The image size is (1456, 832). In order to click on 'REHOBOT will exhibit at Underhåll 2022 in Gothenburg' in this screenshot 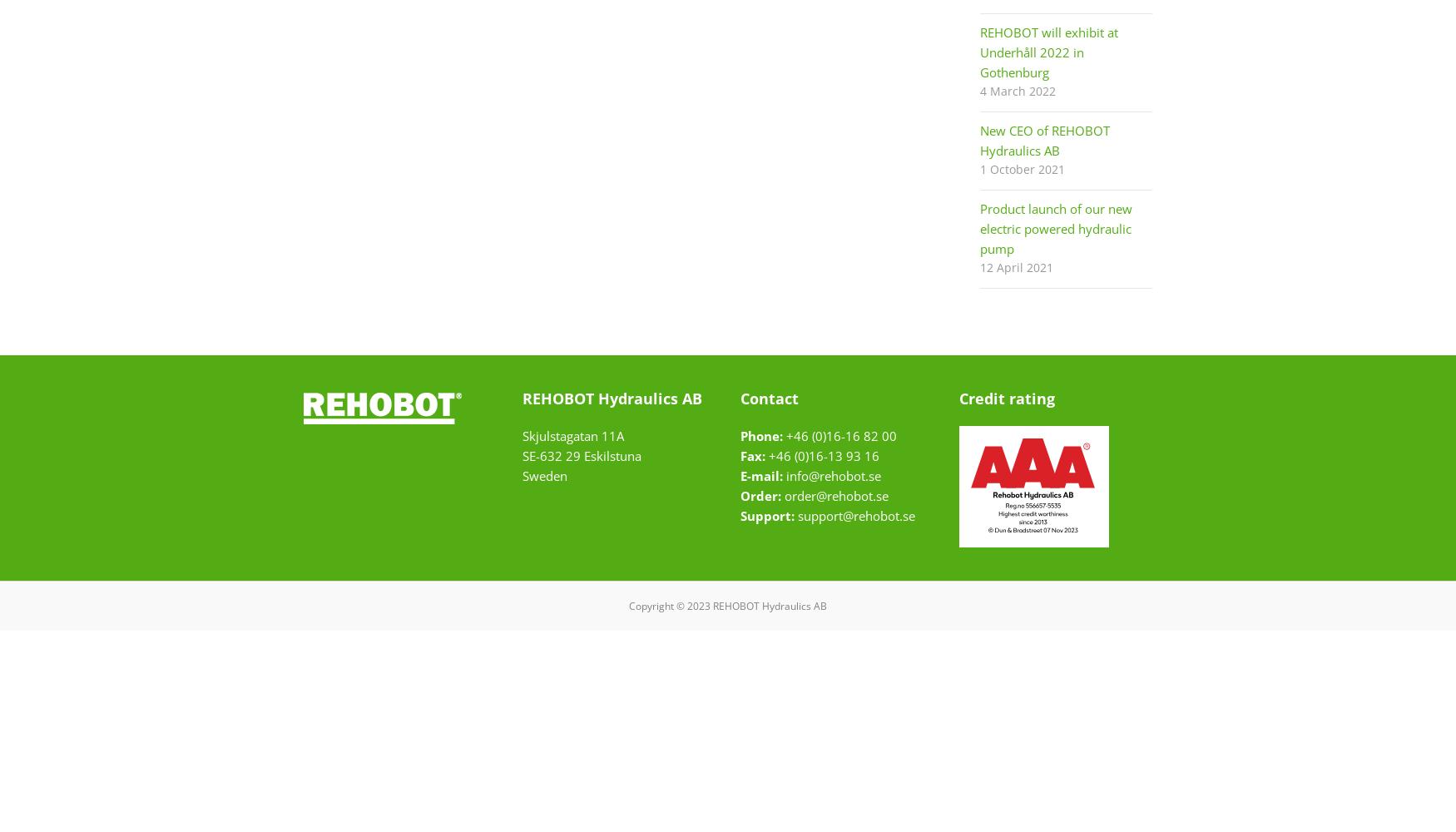, I will do `click(1047, 52)`.